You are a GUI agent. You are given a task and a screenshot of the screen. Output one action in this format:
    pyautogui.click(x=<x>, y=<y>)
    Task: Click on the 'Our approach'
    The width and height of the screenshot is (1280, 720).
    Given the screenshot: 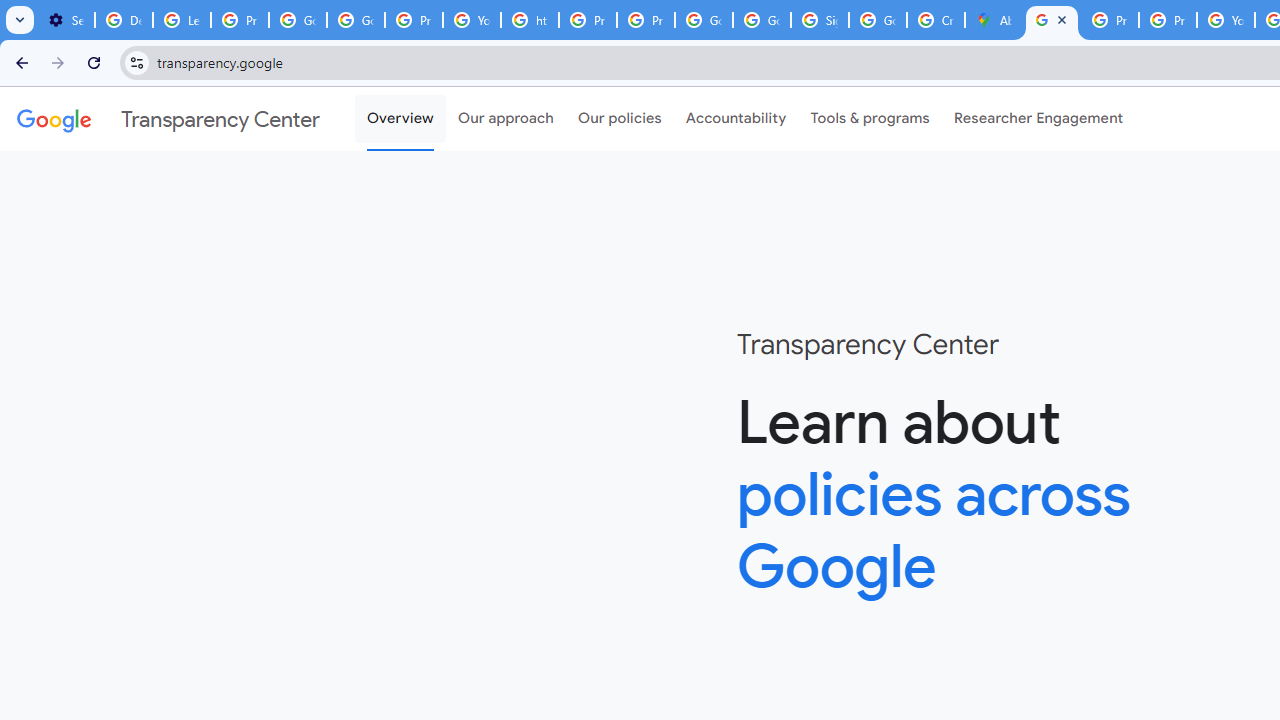 What is the action you would take?
    pyautogui.click(x=506, y=119)
    